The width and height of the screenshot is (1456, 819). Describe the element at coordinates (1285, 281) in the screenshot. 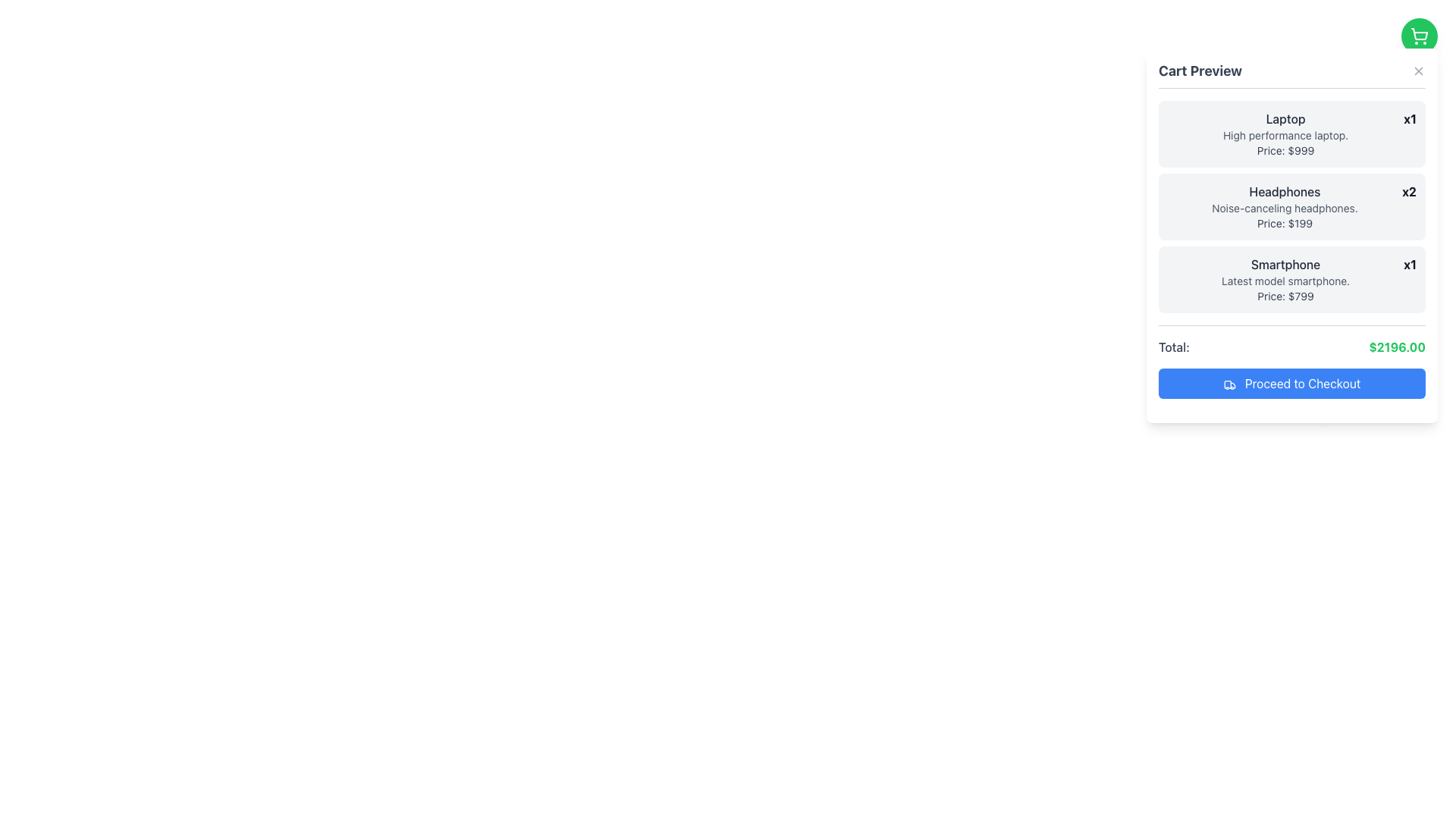

I see `the text label reading 'Latest model smartphone.' which is styled in gray and positioned between the title 'Smartphone' and the price 'Price: $799' in the cart preview` at that location.